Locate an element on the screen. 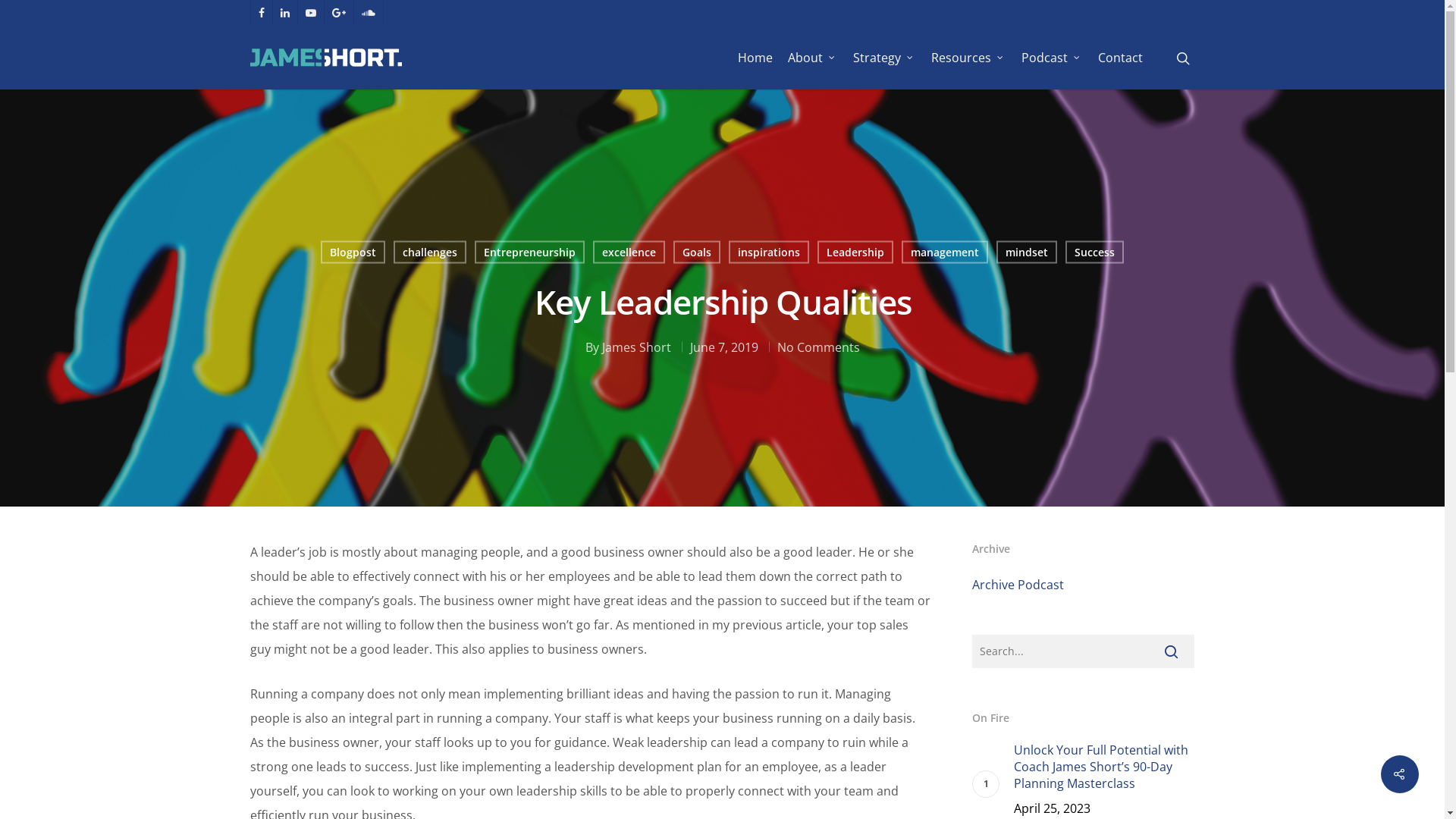 The height and width of the screenshot is (819, 1456). 'management' is located at coordinates (943, 251).